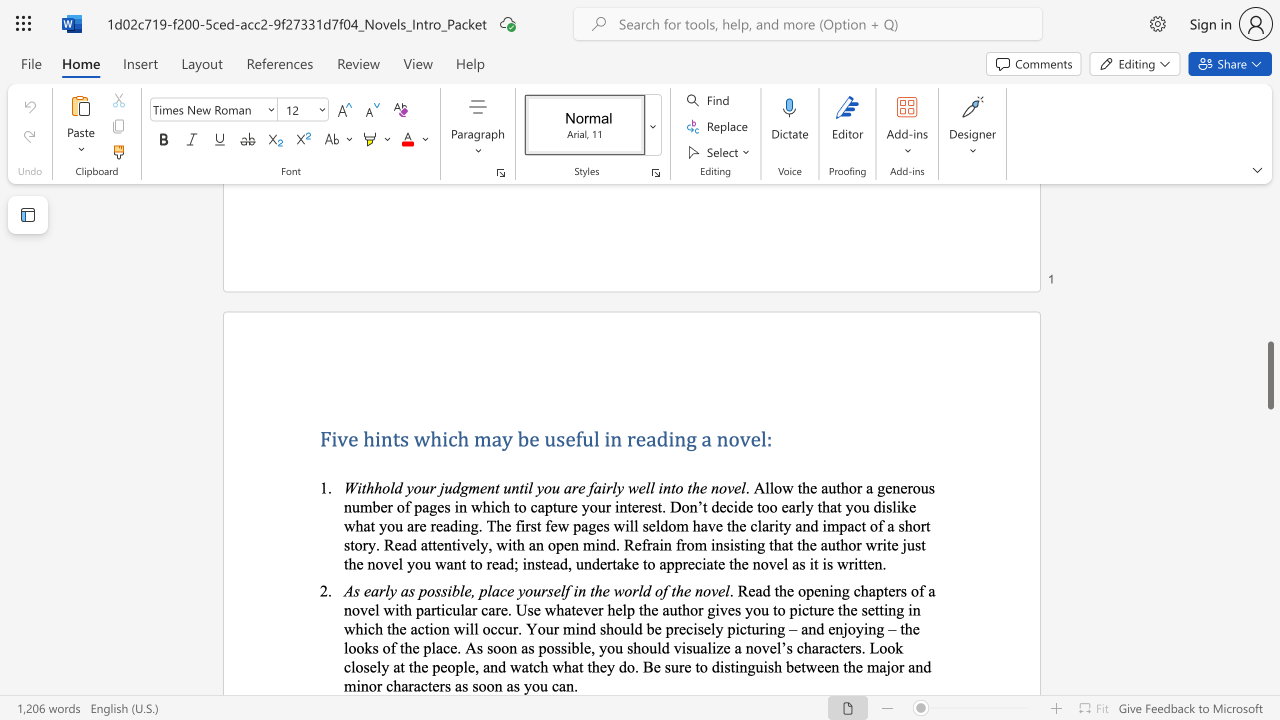  Describe the element at coordinates (887, 589) in the screenshot. I see `the subset text "ers of a novel with particular care. Use whatever help the author gives you to picture the setting in which the action will occur. Your mind should be precisely picturing – and enjoying – the looks of the place. As soon as possible, you should visualize a novel’s characters" within the text ". Read the opening chapters of a novel with particular care. Use whatever help the author gives you to picture the setting in which the action will occur. Your mind should be precisely picturing – and enjoying – the looks of the place. As soon as possible, you should visualize a novel’s characters. Look closely at the people, and watch what they do. Be sure to distinguish between the major and minor characters as soon as you can."` at that location.